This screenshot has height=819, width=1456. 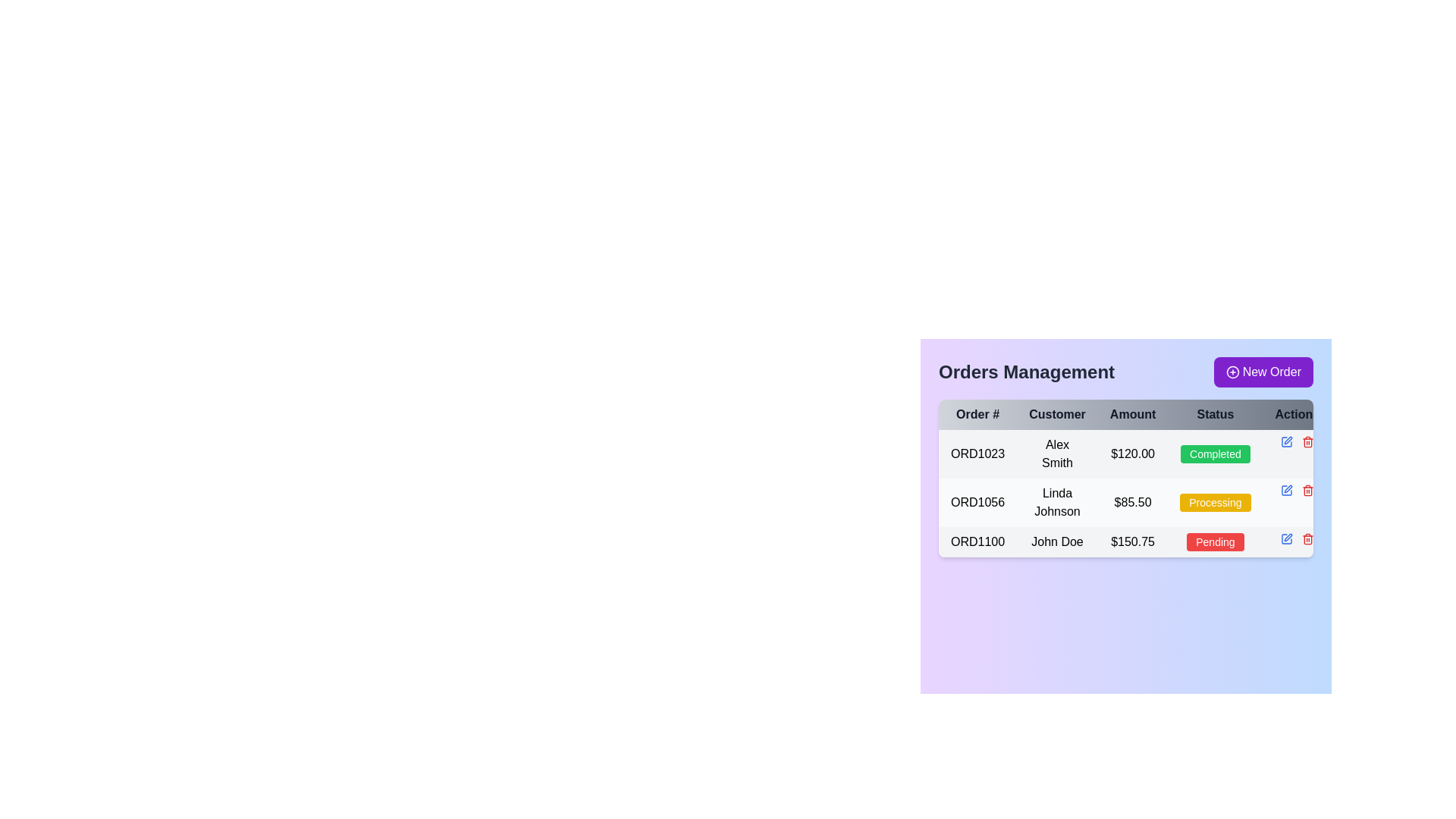 What do you see at coordinates (1285, 538) in the screenshot?
I see `the edit icon button in the 'Action' column of the third row in the 'Orders Management' data table` at bounding box center [1285, 538].